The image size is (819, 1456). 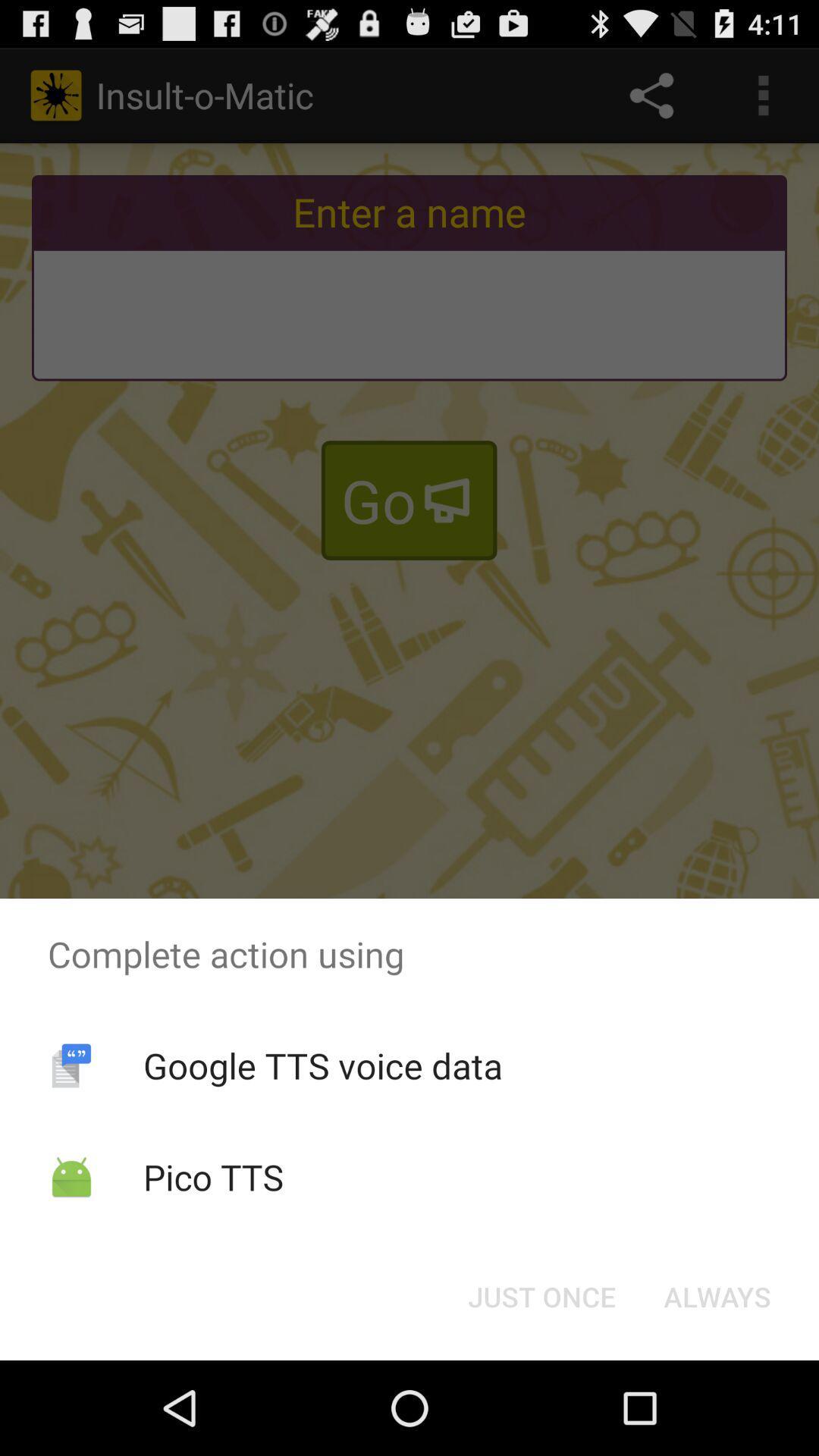 I want to click on pico tts icon, so click(x=213, y=1176).